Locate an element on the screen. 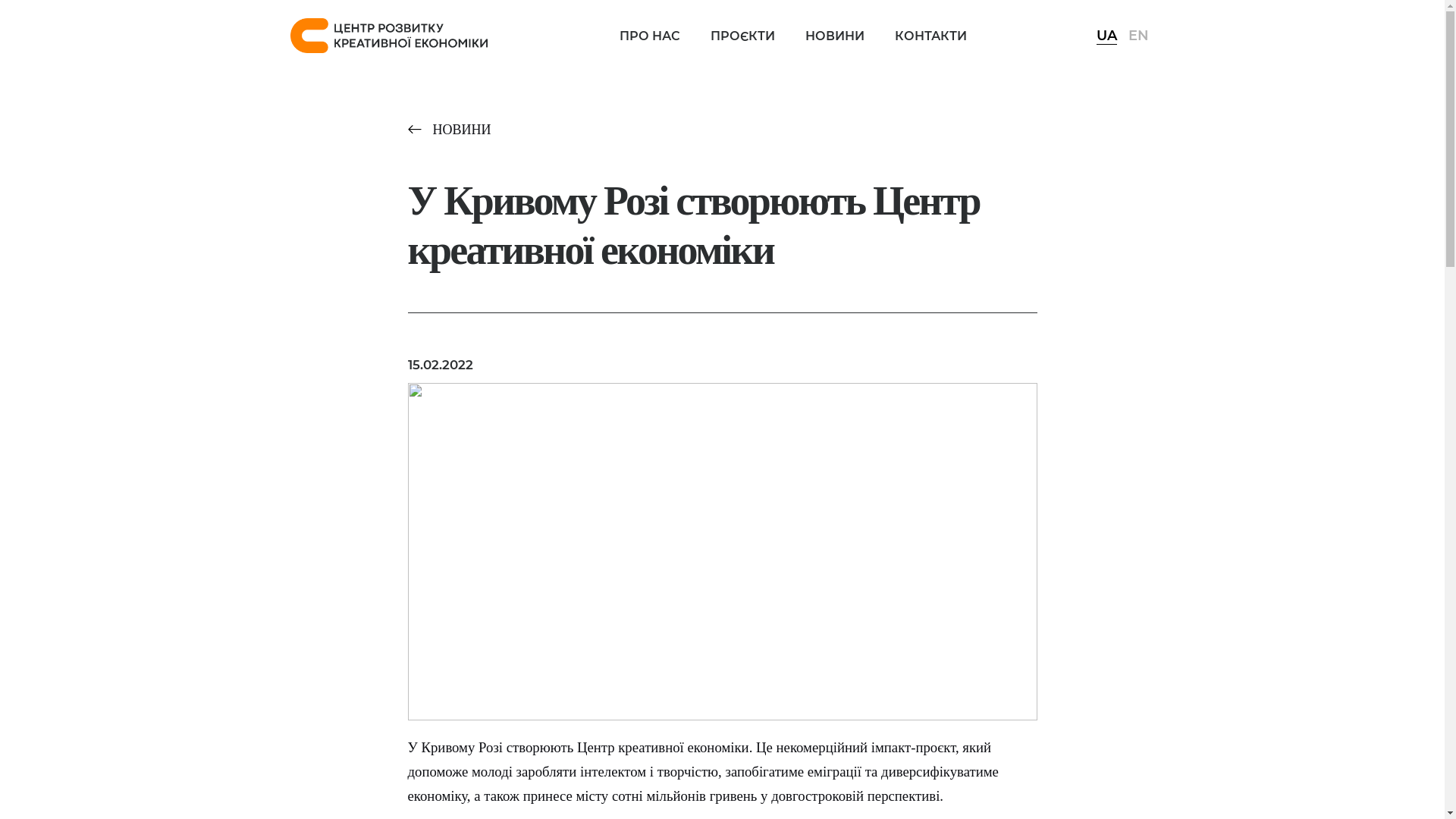 The width and height of the screenshot is (1456, 819). 'EN' is located at coordinates (1128, 34).